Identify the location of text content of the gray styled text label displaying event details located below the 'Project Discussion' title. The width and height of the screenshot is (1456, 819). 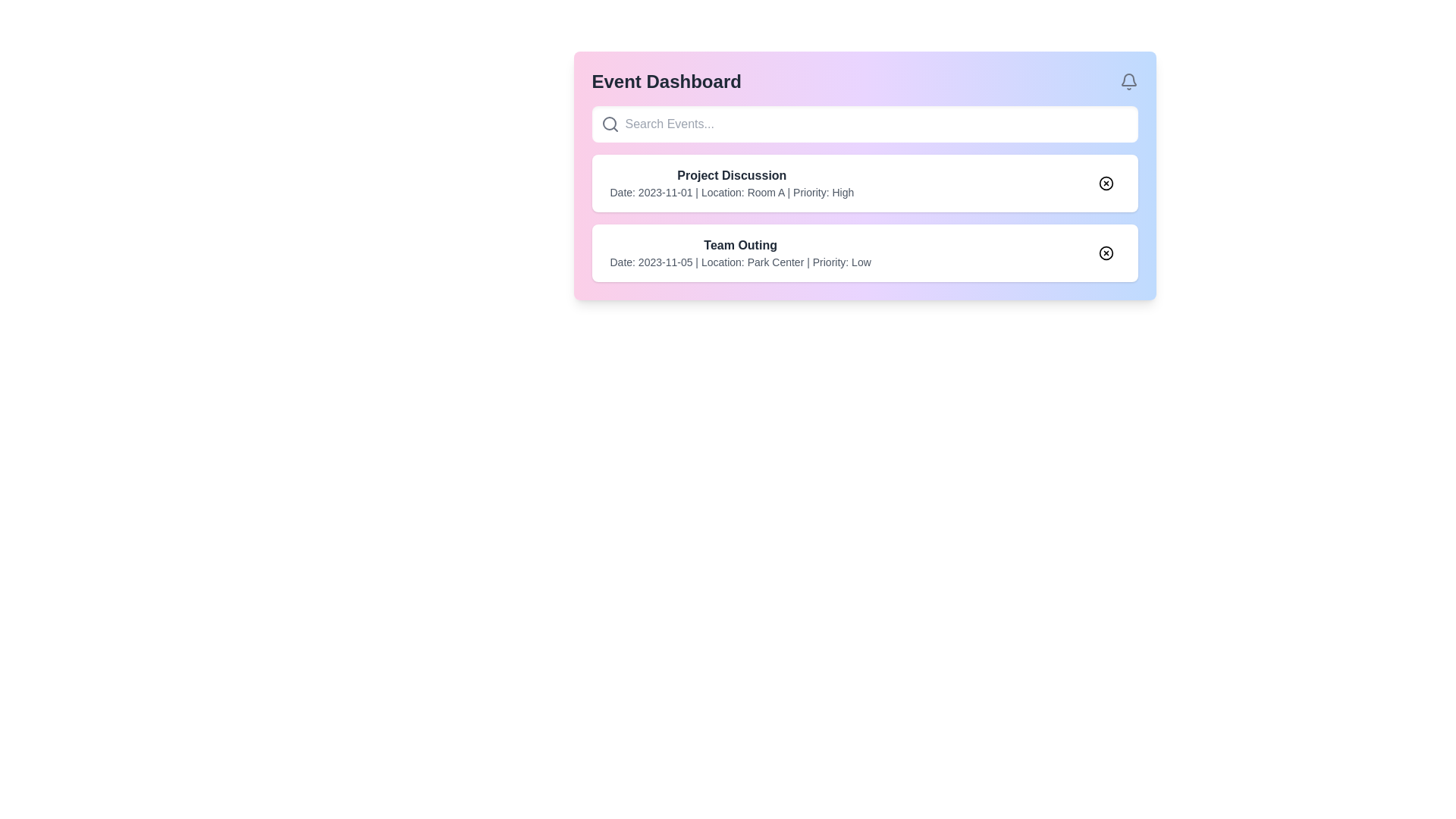
(732, 192).